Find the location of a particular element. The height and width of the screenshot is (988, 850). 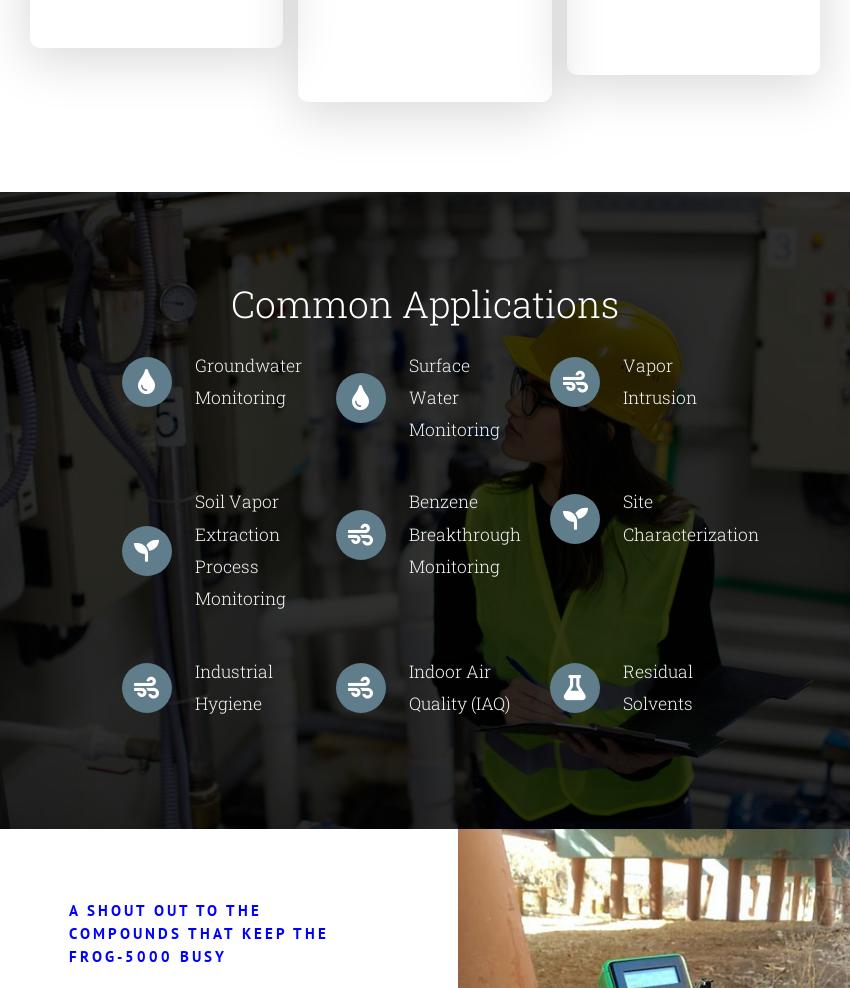

'Site Characterization' is located at coordinates (689, 516).